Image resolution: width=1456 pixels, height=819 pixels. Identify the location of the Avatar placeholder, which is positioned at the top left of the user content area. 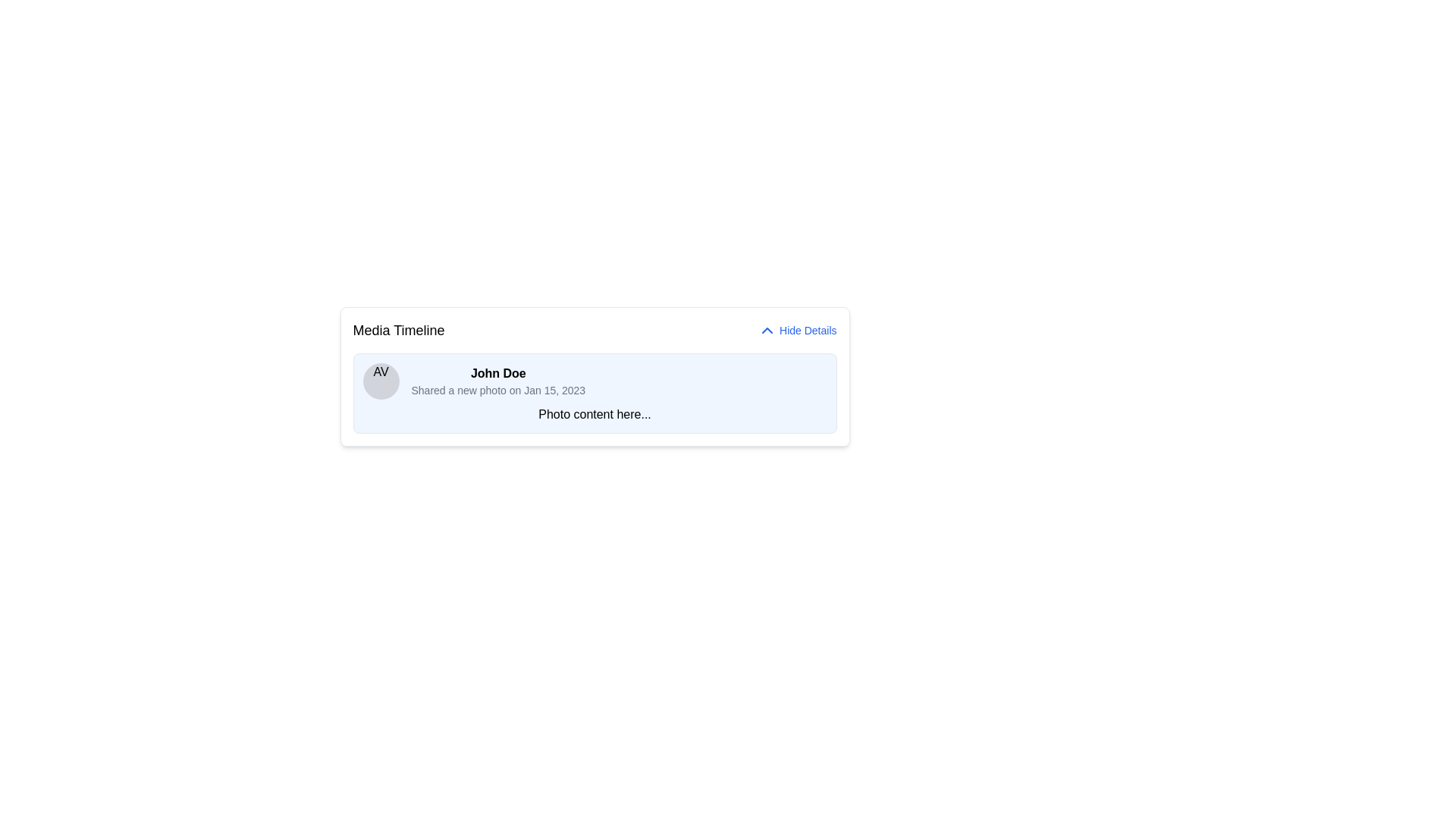
(381, 380).